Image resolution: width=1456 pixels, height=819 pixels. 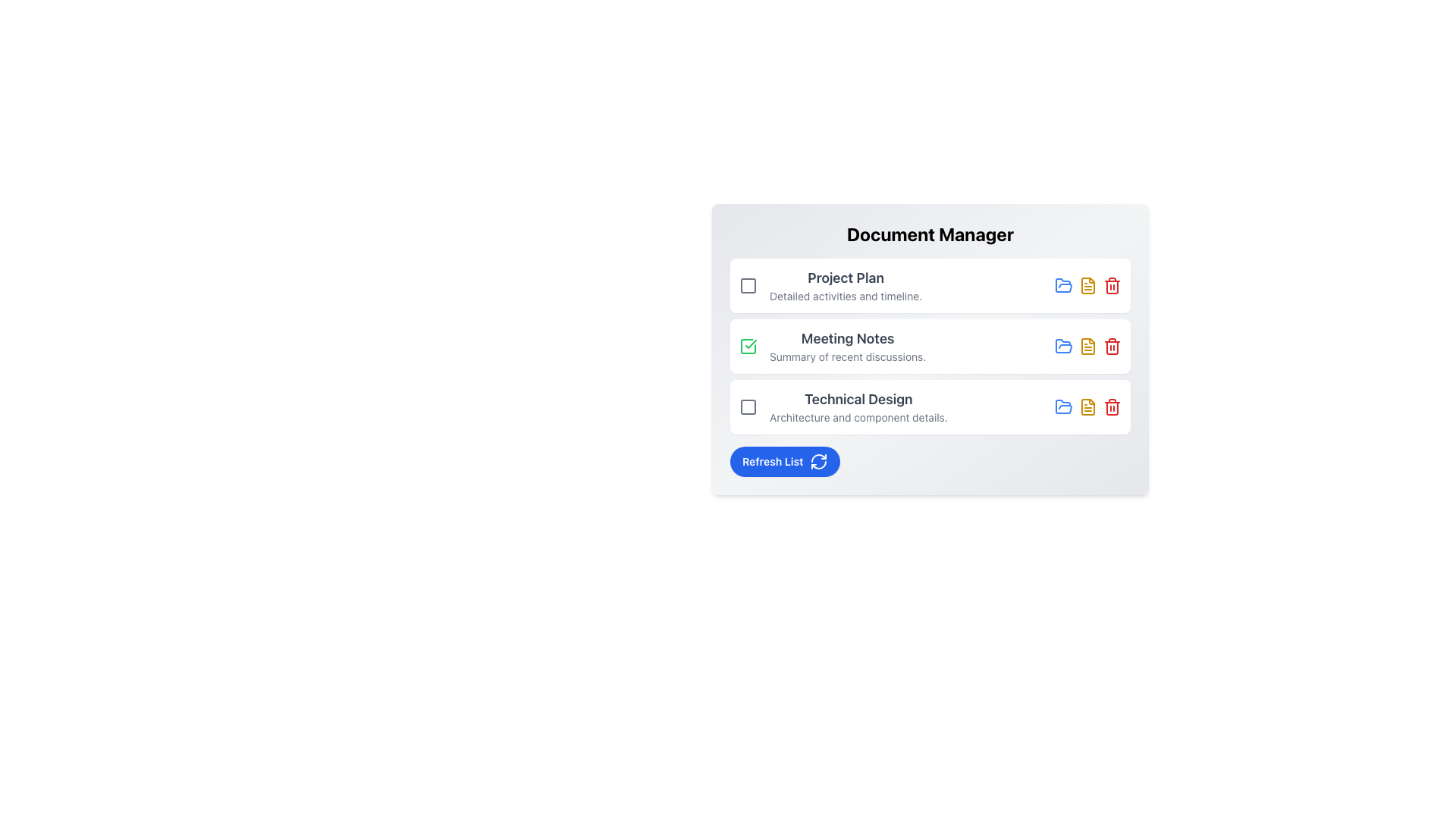 What do you see at coordinates (930, 346) in the screenshot?
I see `the title 'Meeting Notes' in the Interactive list item` at bounding box center [930, 346].